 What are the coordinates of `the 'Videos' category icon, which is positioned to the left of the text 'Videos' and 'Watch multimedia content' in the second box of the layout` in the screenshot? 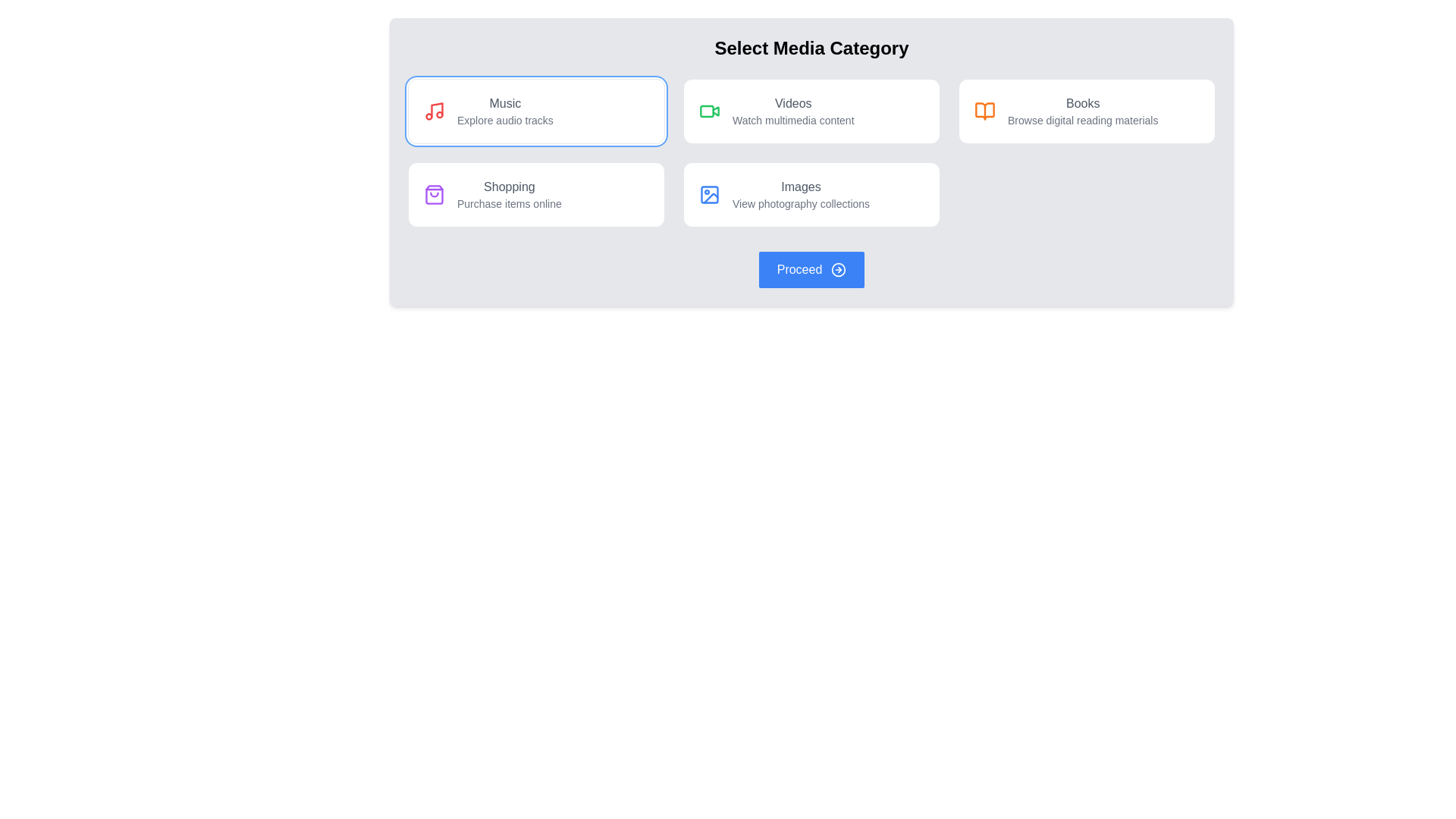 It's located at (709, 110).